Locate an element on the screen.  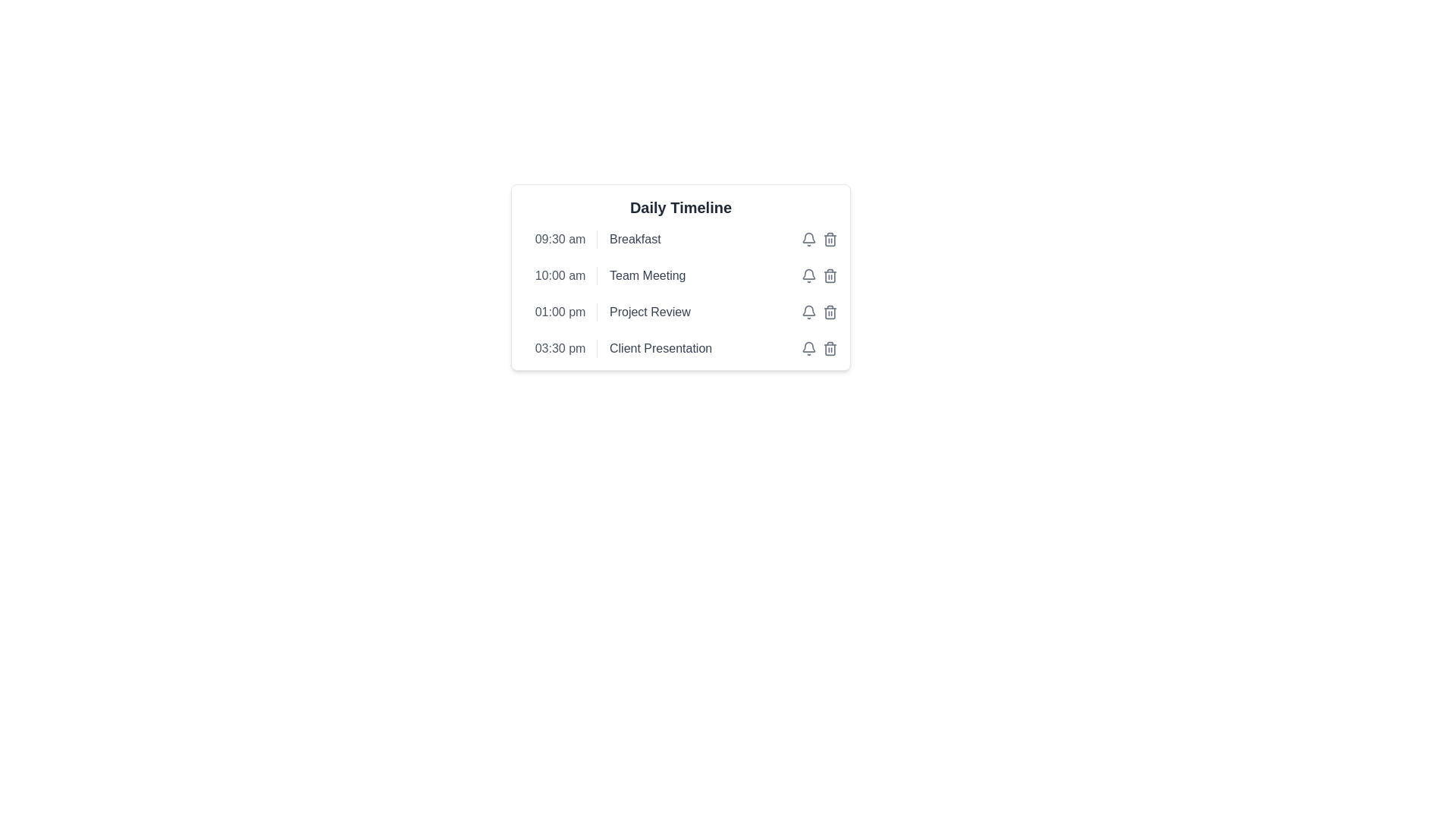
the displayed time '03:30 pm' and event name 'Client Presentation' in the fourth list item under the 'Daily Timeline' heading is located at coordinates (679, 348).